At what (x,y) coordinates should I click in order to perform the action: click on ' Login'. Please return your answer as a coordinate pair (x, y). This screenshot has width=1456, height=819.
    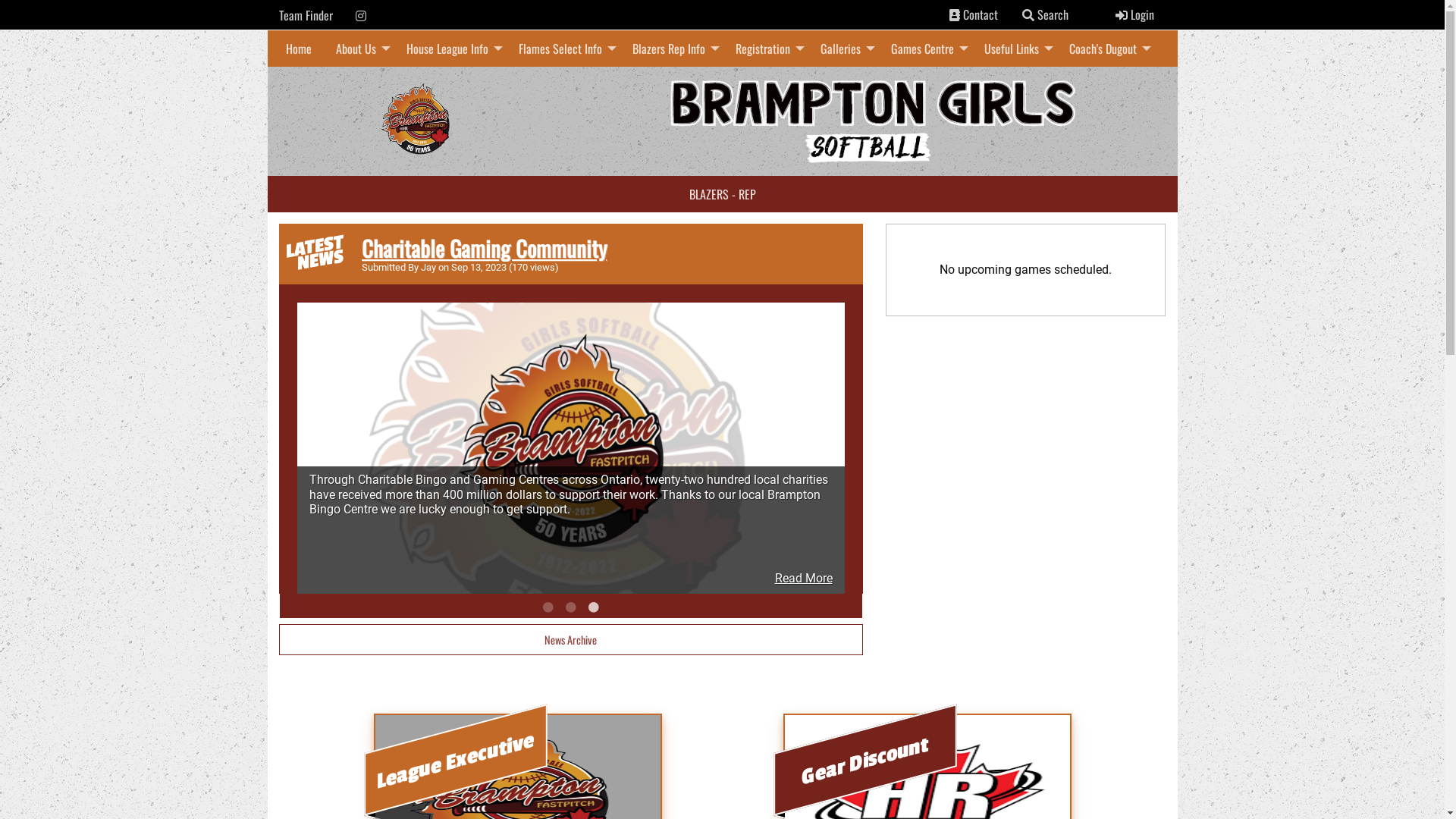
    Looking at the image, I should click on (1134, 14).